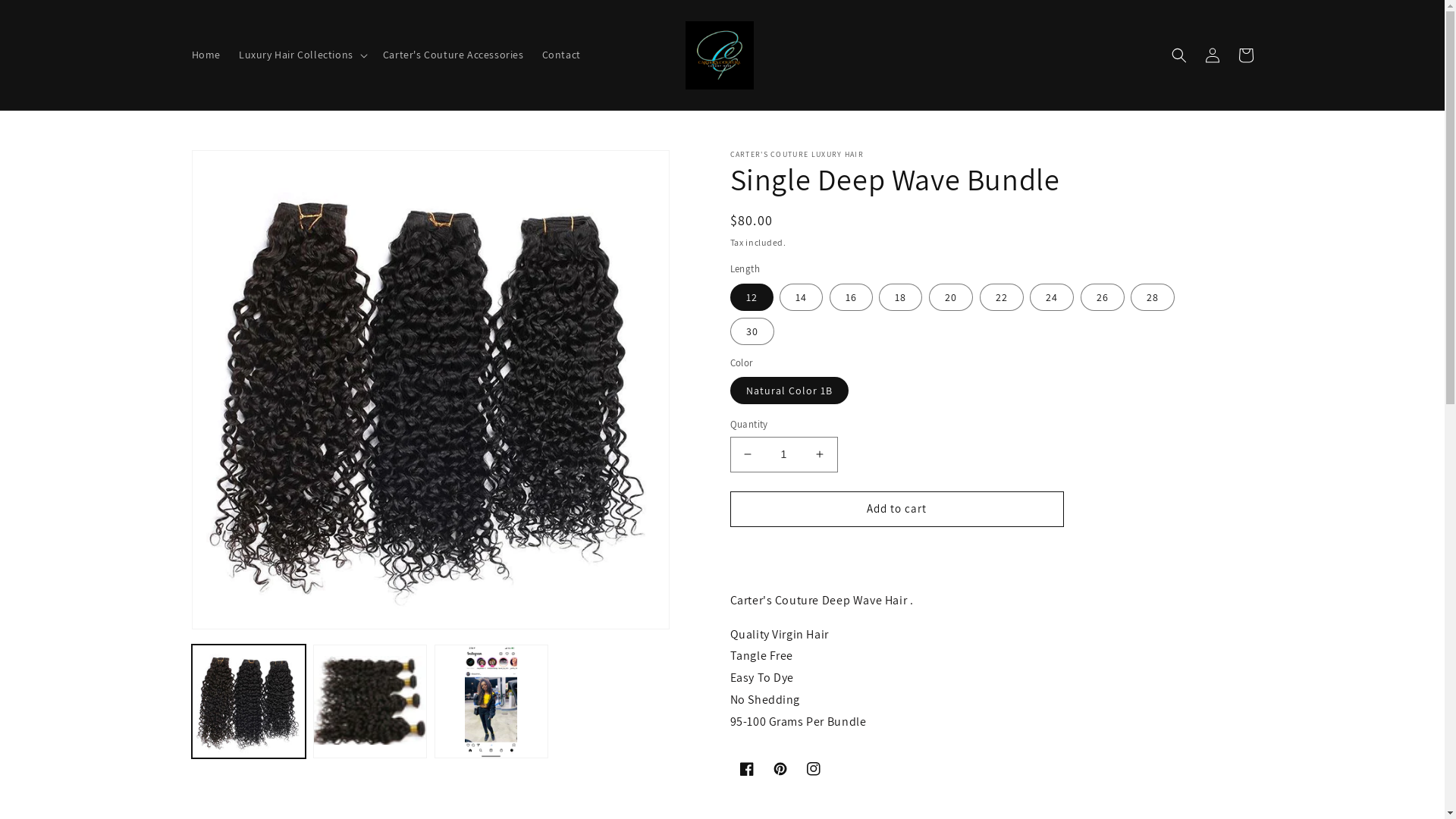 This screenshot has width=1456, height=819. Describe the element at coordinates (748, 453) in the screenshot. I see `'Decrease quantity for Single Deep Wave Bundle'` at that location.